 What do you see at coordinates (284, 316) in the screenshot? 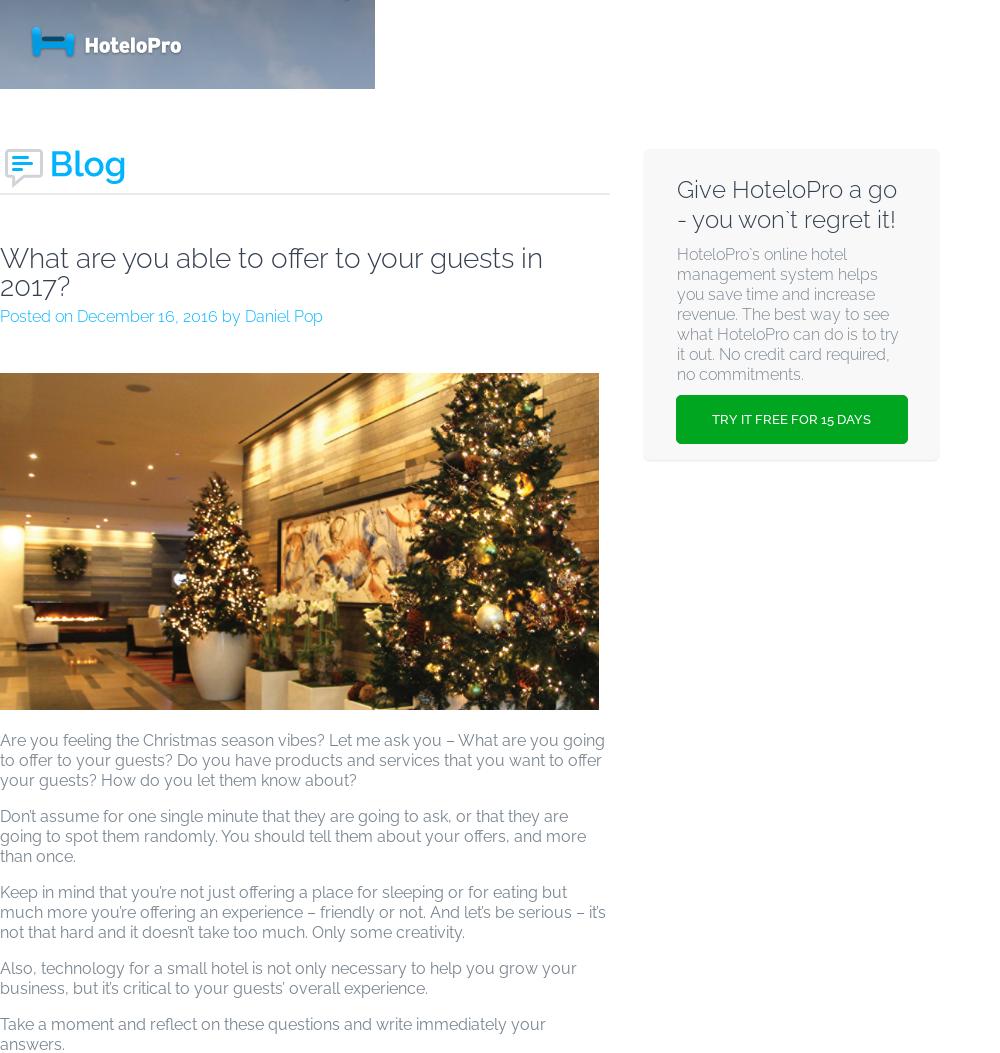
I see `'Daniel Pop'` at bounding box center [284, 316].